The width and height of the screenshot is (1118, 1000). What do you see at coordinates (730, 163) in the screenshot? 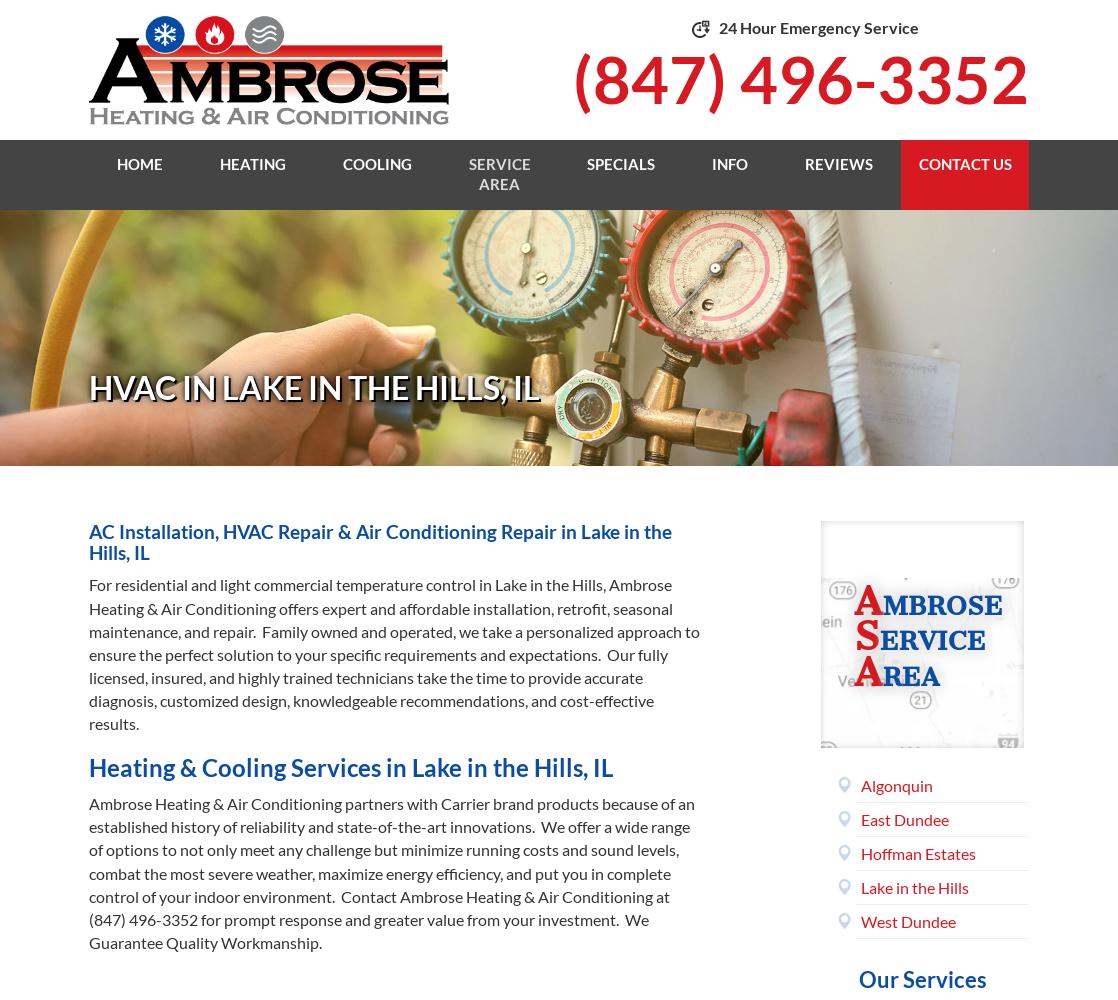
I see `'Info'` at bounding box center [730, 163].